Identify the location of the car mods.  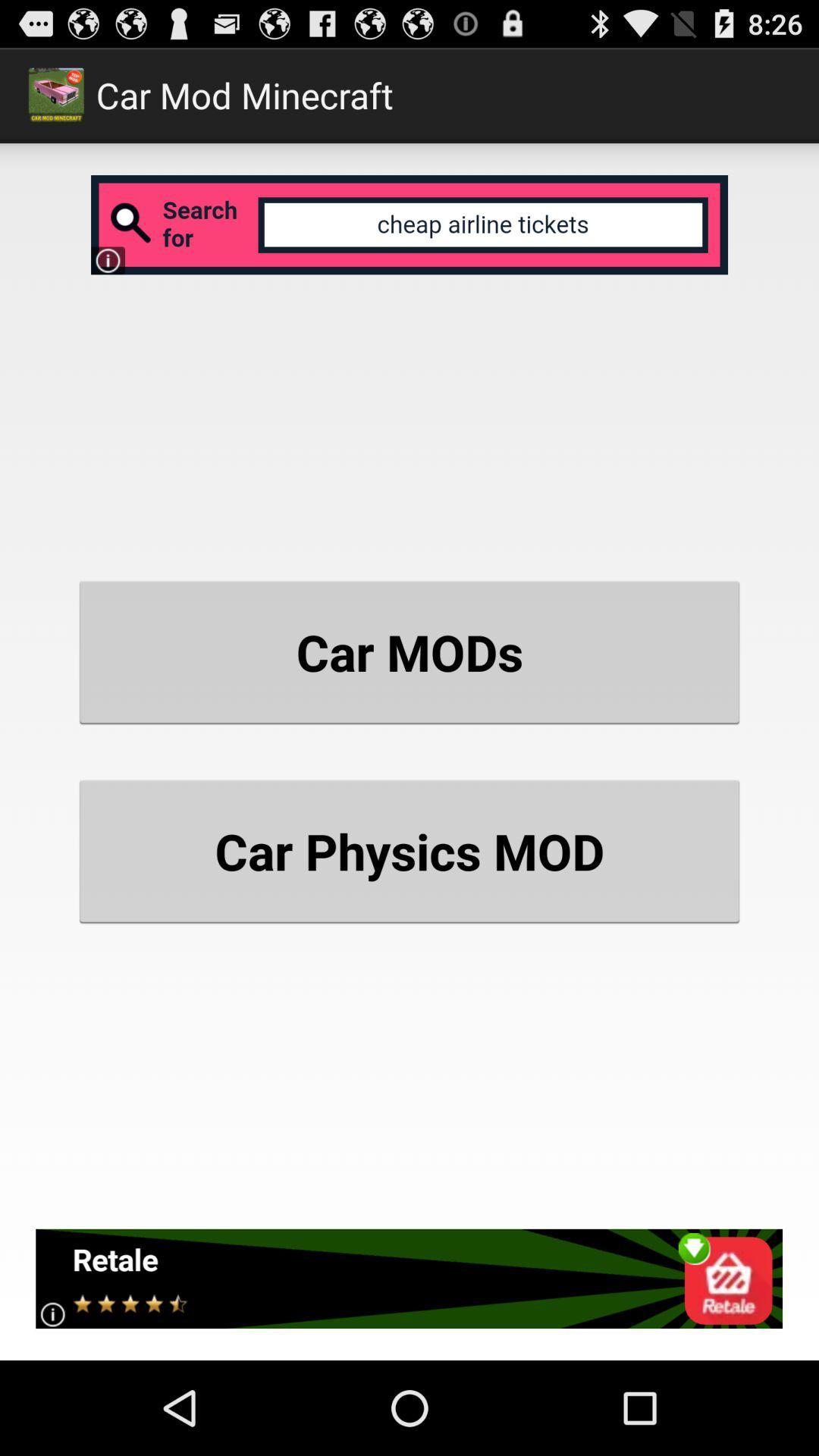
(409, 652).